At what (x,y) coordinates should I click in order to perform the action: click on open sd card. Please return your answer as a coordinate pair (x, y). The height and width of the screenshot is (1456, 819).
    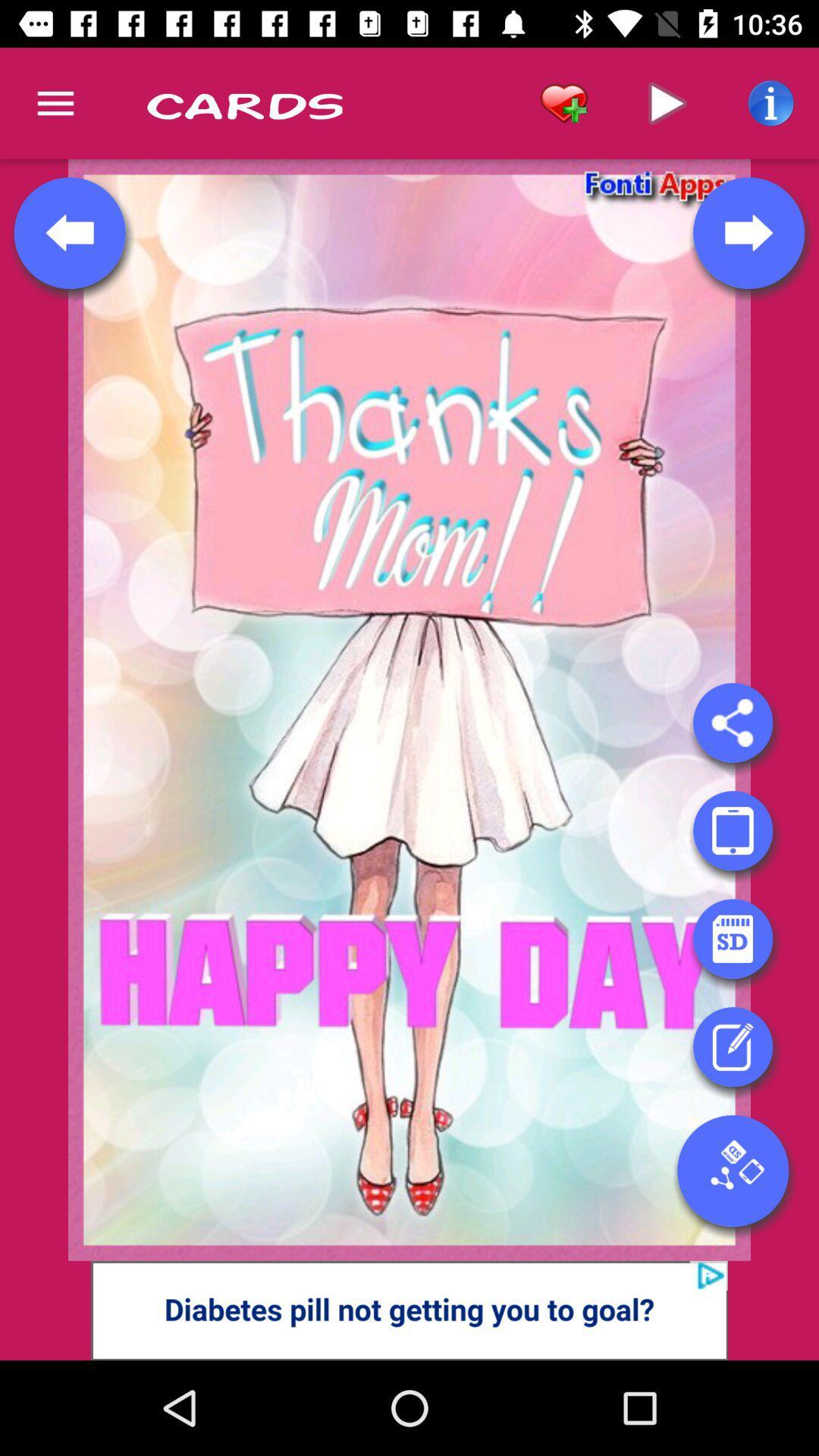
    Looking at the image, I should click on (732, 938).